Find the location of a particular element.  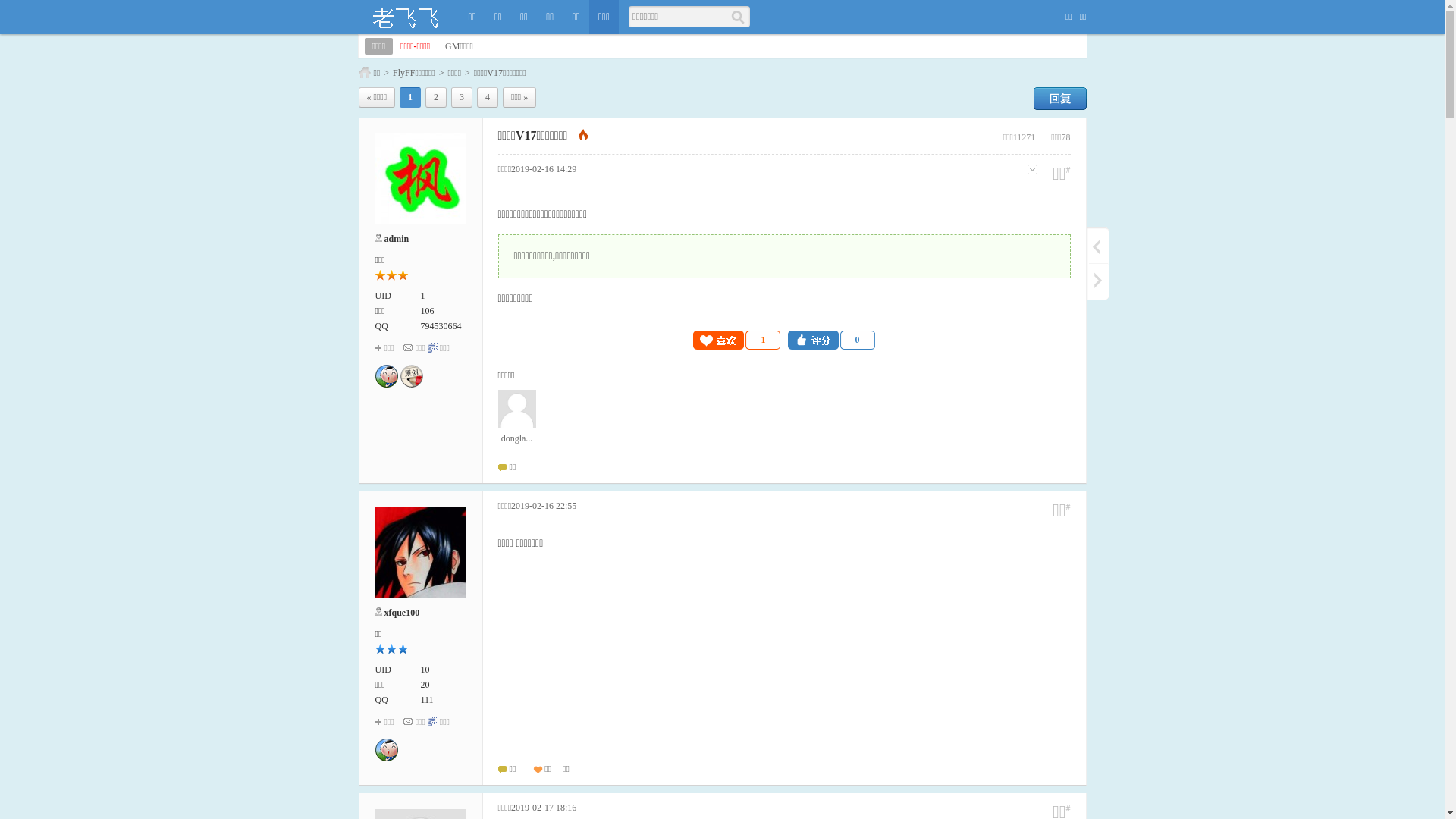

'3' is located at coordinates (450, 97).